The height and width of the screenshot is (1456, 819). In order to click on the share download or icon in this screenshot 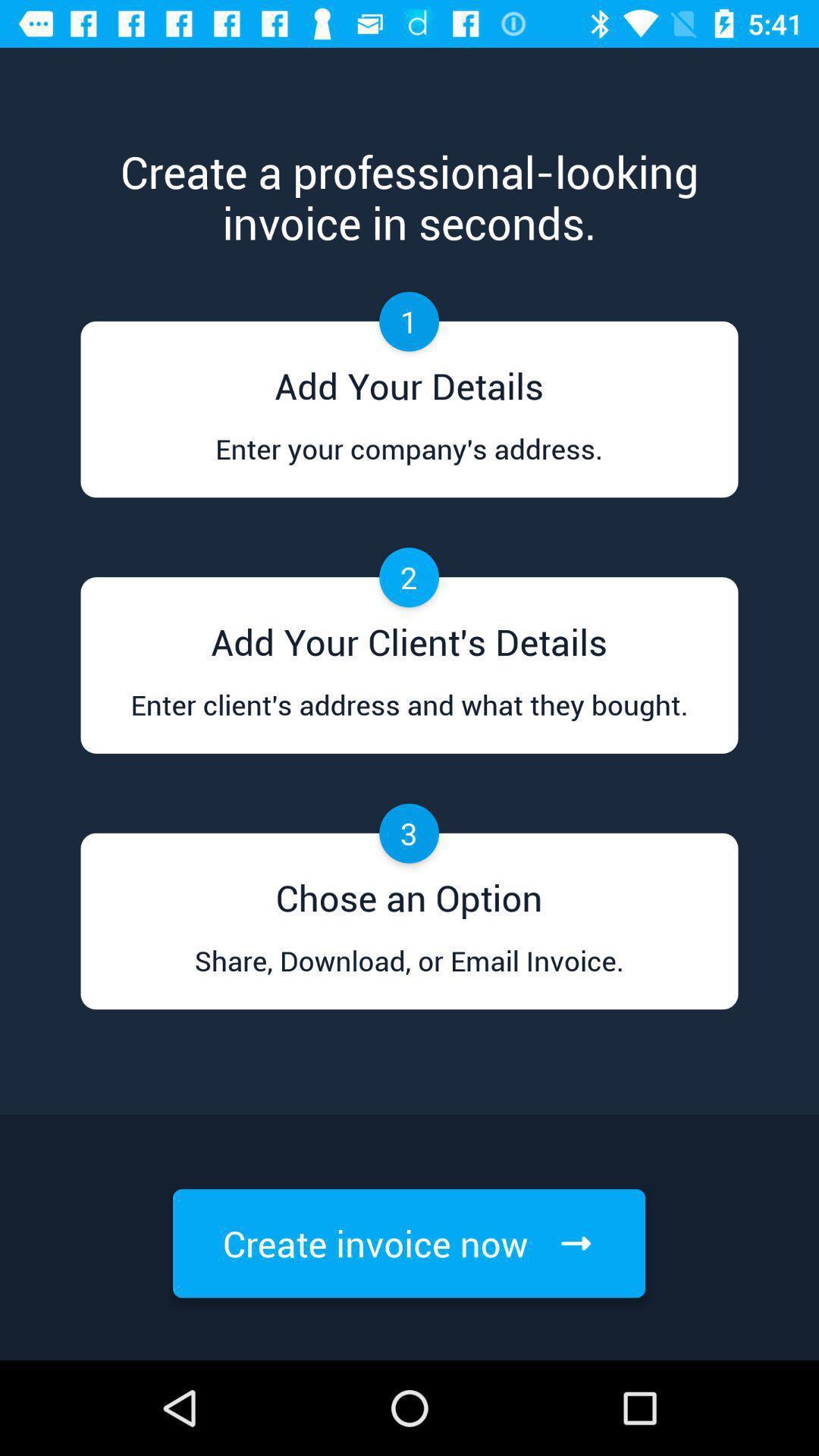, I will do `click(408, 975)`.